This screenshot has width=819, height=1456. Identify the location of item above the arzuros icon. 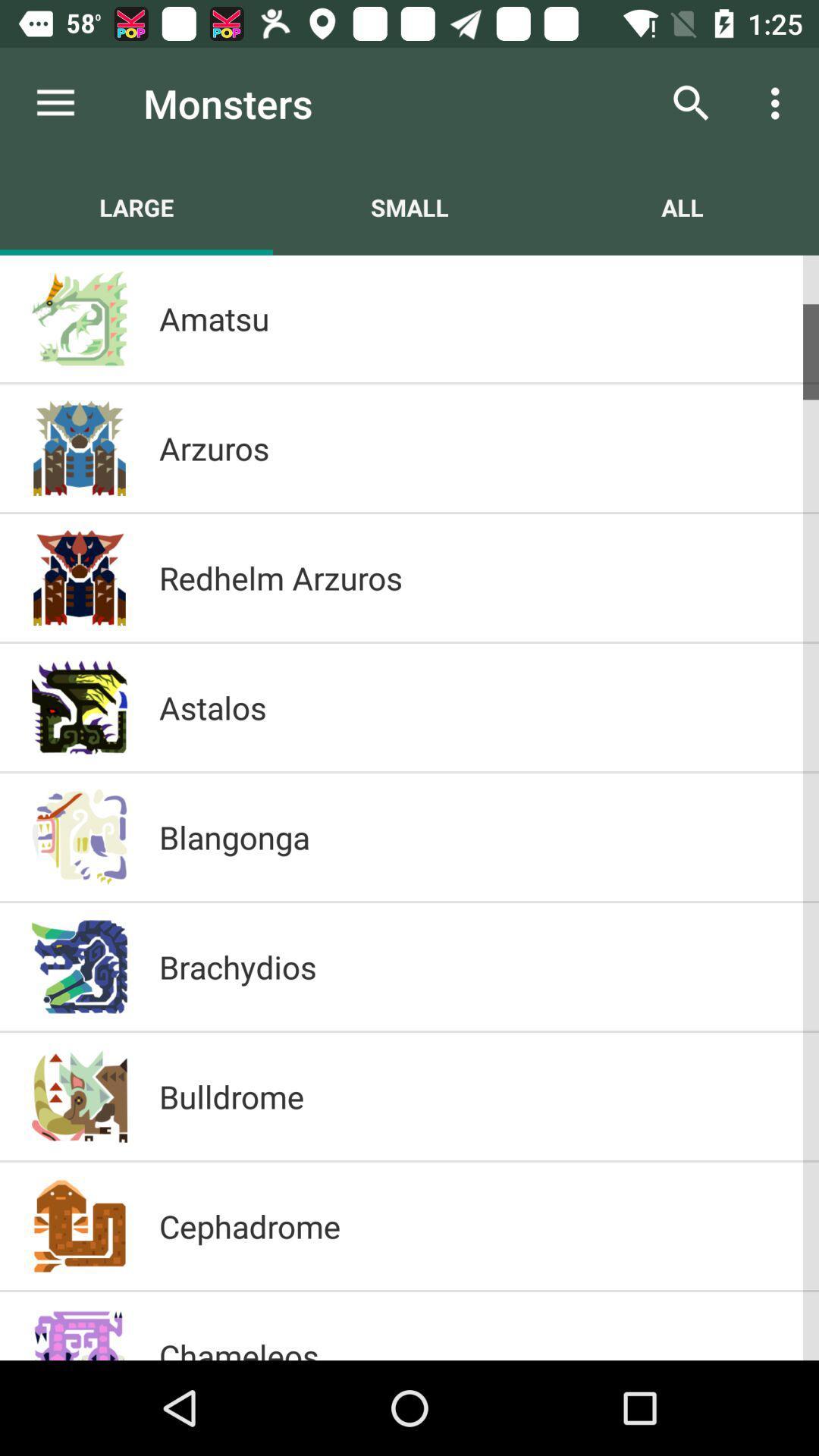
(472, 318).